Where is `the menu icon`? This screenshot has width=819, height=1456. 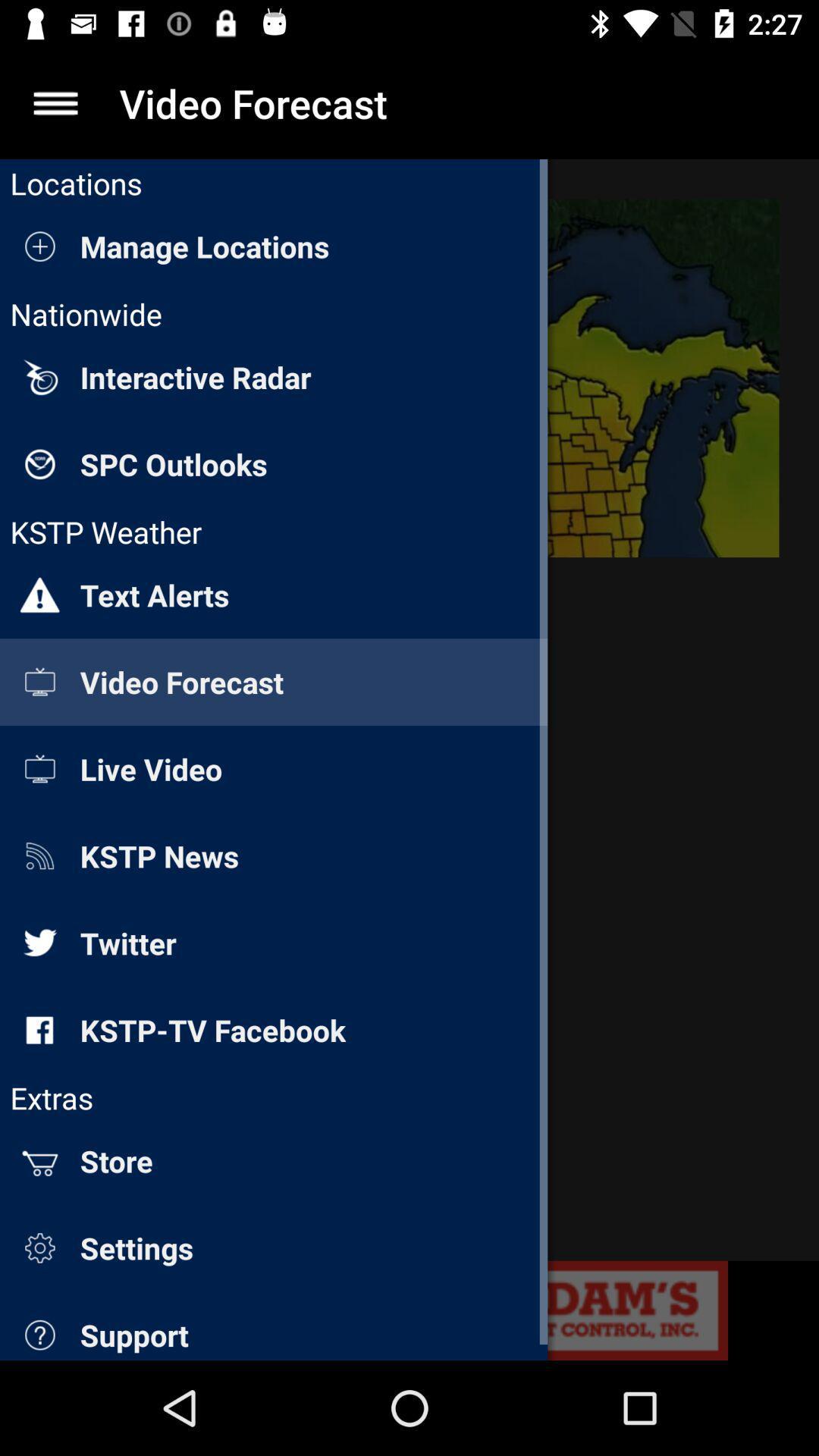 the menu icon is located at coordinates (55, 102).